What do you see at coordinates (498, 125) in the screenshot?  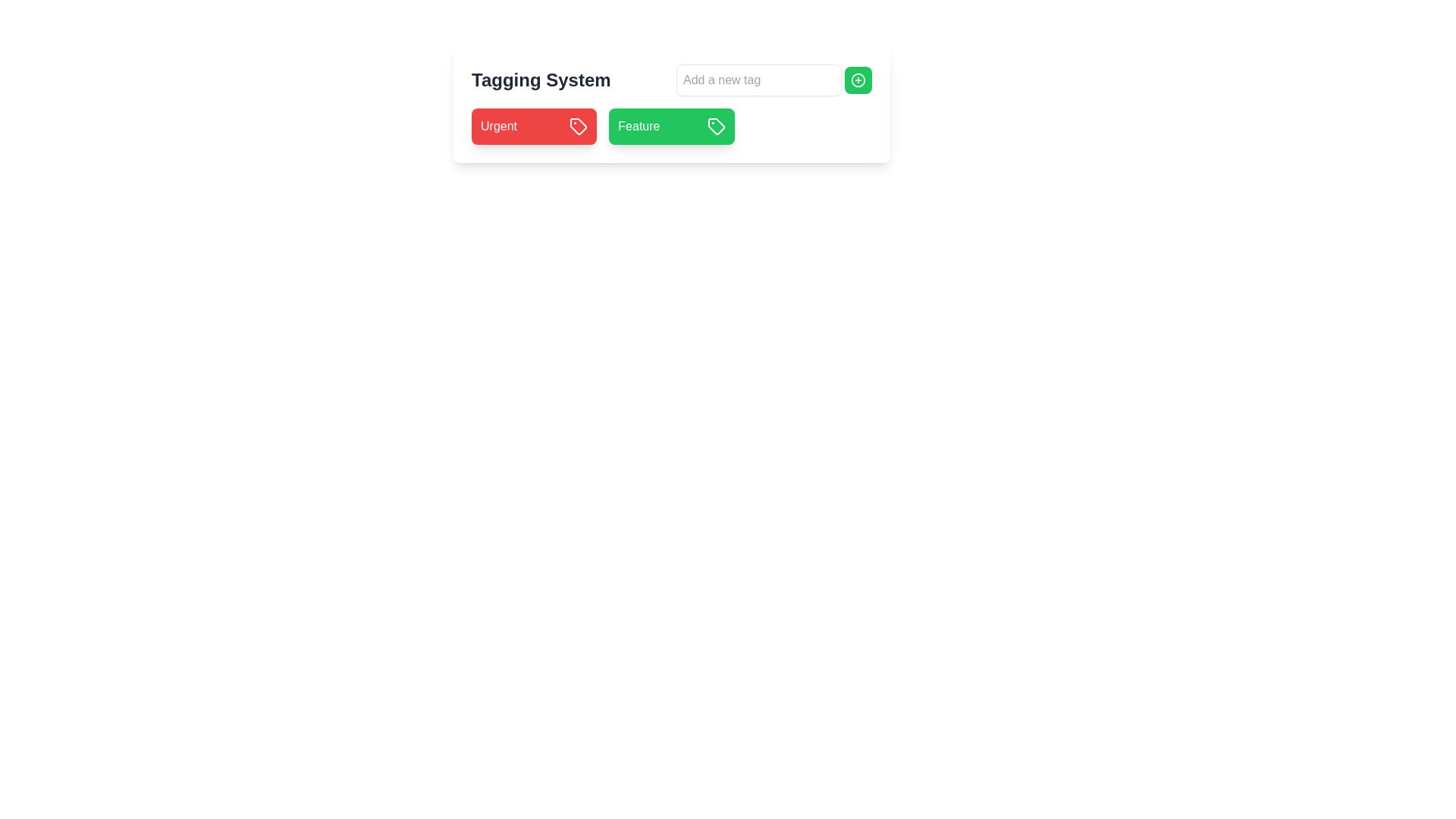 I see `the tag labeled Urgent` at bounding box center [498, 125].